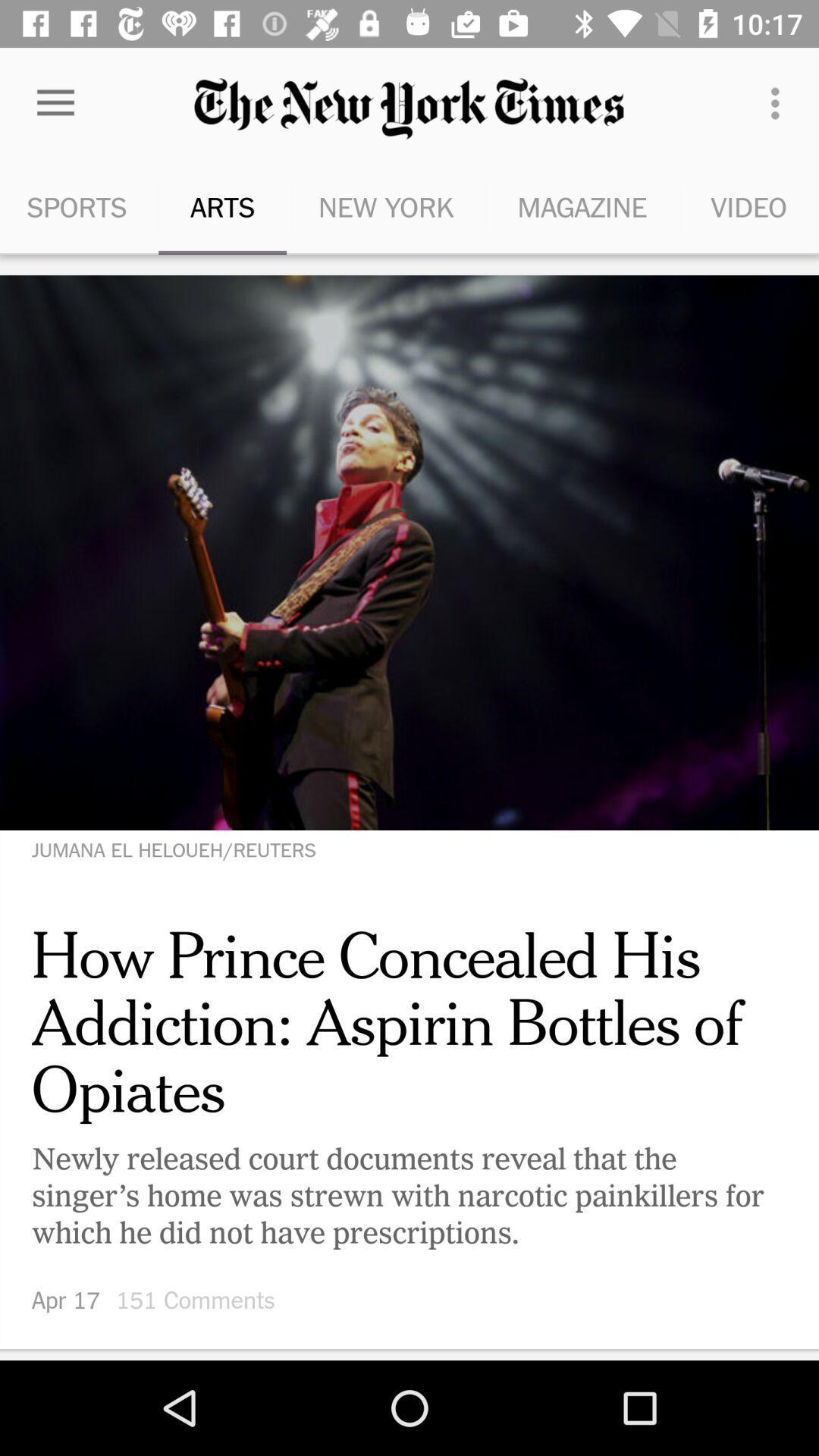 This screenshot has width=819, height=1456. I want to click on the new york, so click(385, 206).